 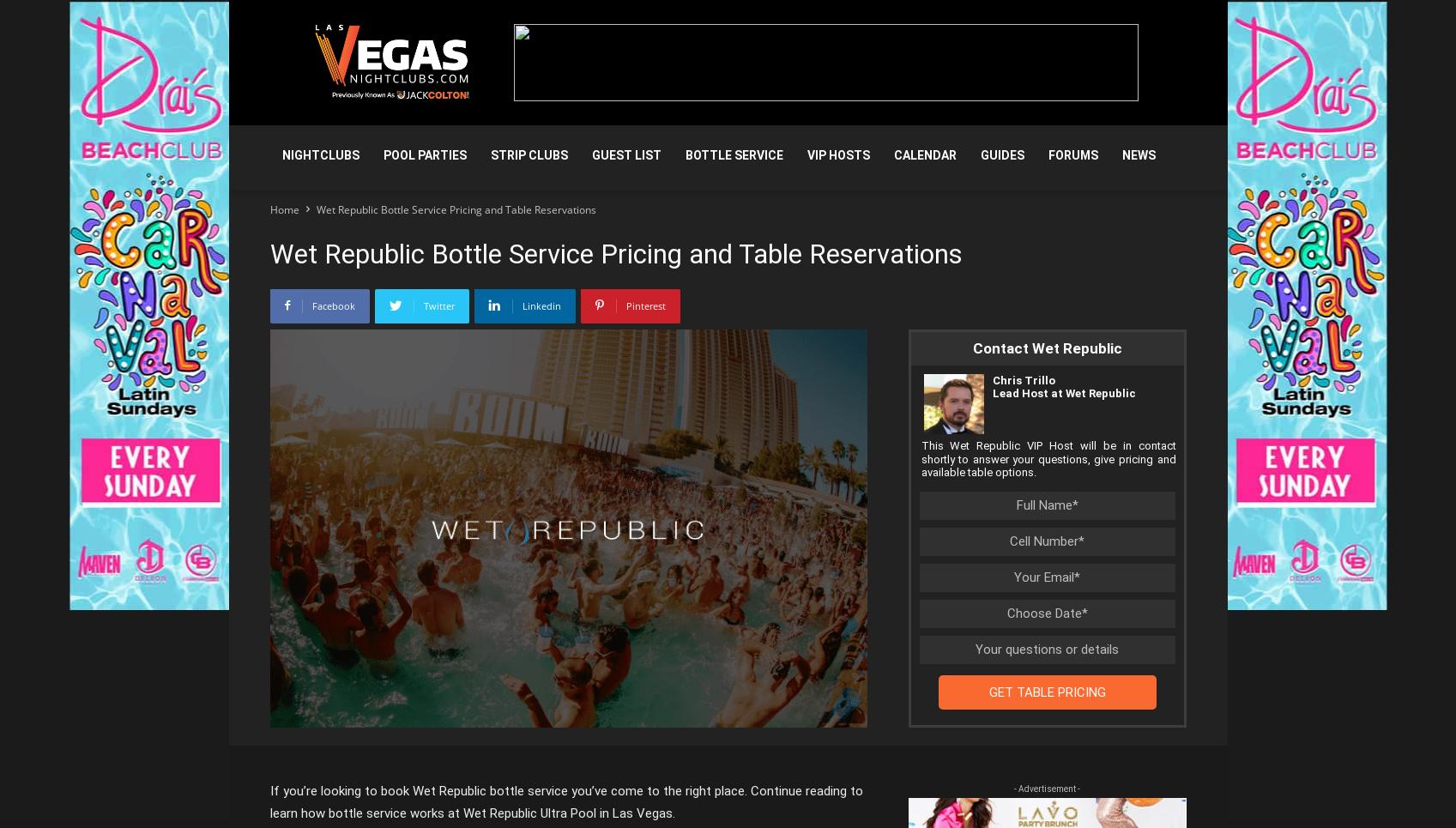 What do you see at coordinates (438, 305) in the screenshot?
I see `'Twitter'` at bounding box center [438, 305].